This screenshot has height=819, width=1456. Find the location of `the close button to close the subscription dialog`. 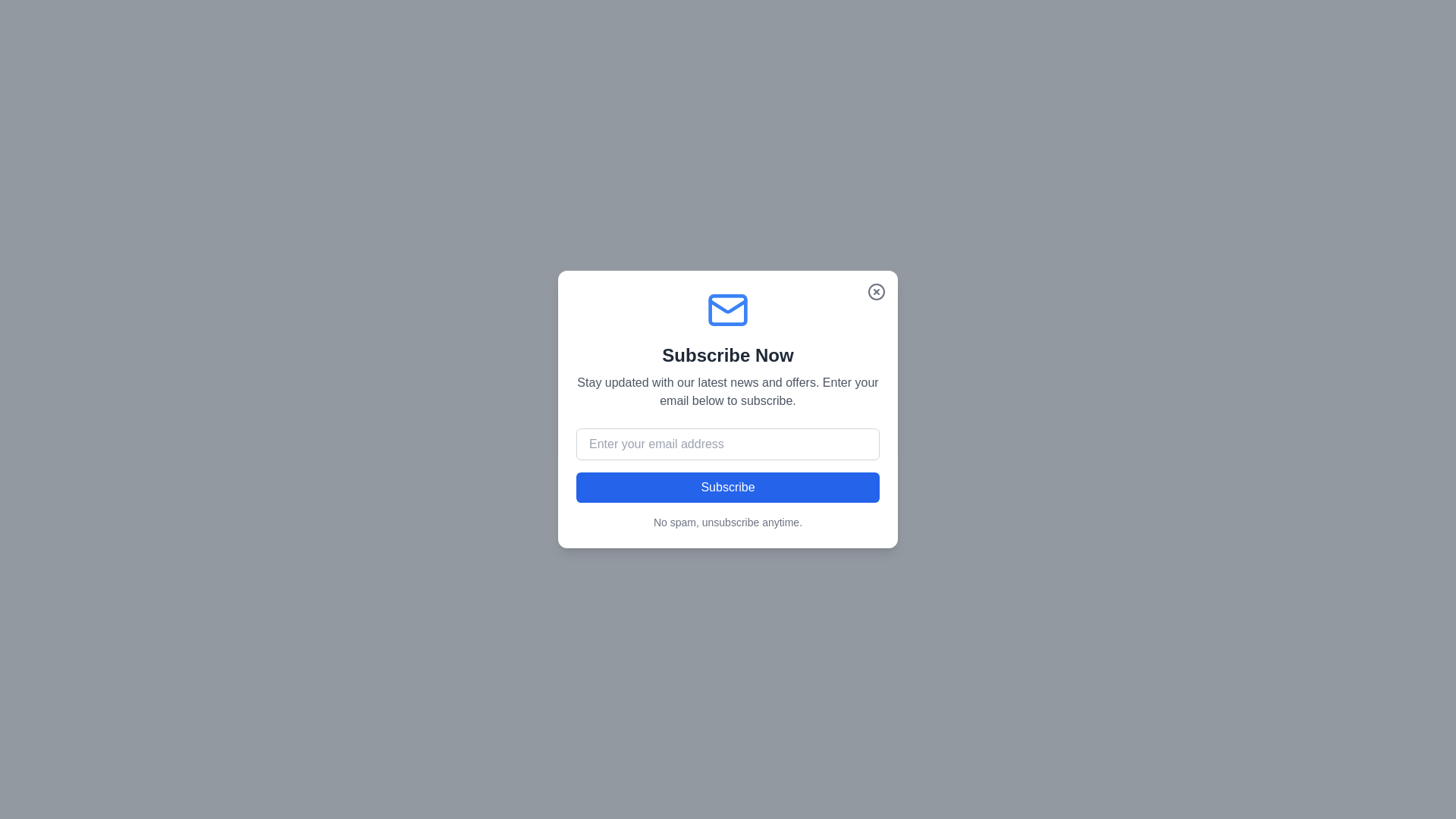

the close button to close the subscription dialog is located at coordinates (877, 292).